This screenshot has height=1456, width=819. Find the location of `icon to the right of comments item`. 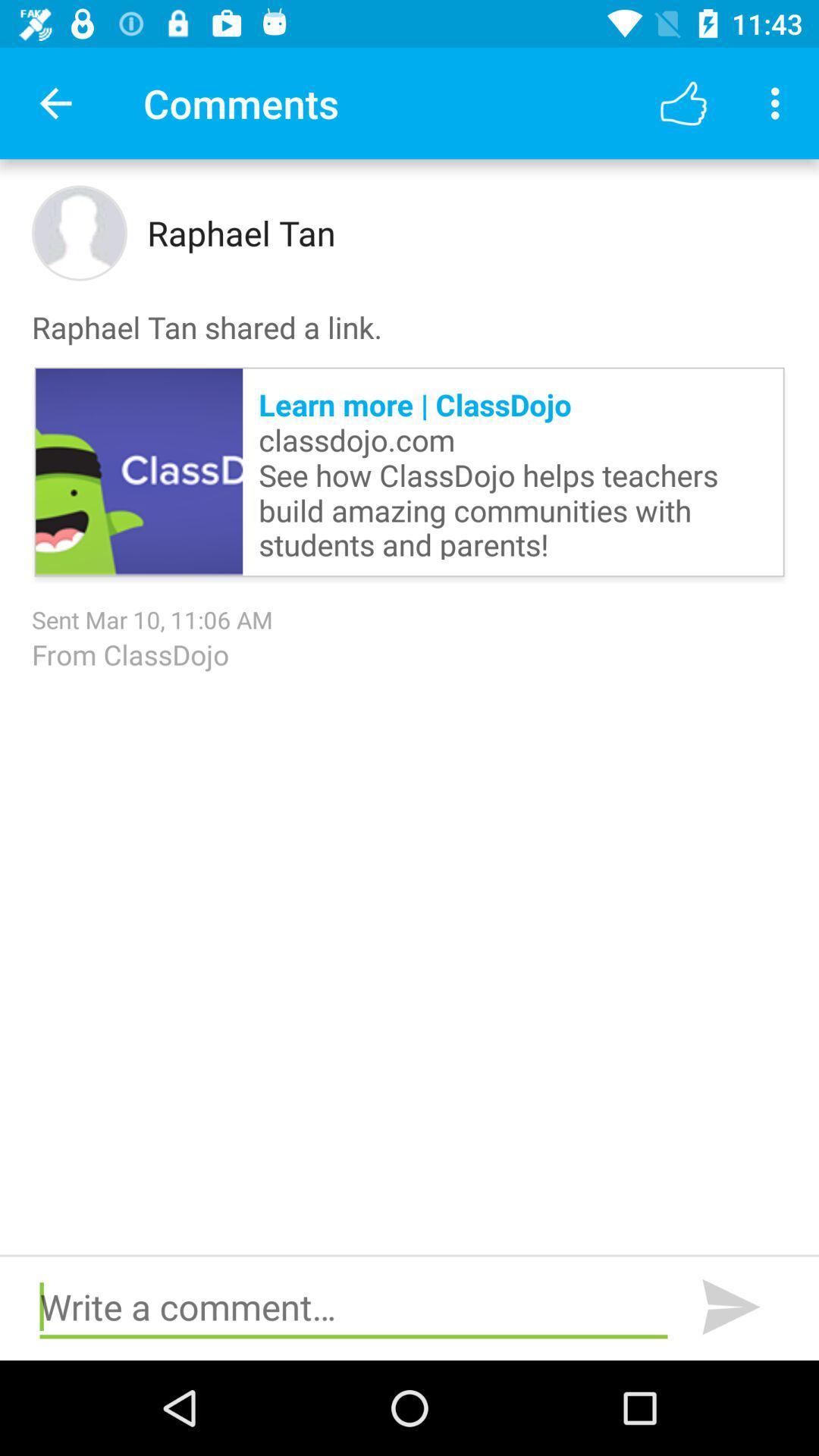

icon to the right of comments item is located at coordinates (683, 102).